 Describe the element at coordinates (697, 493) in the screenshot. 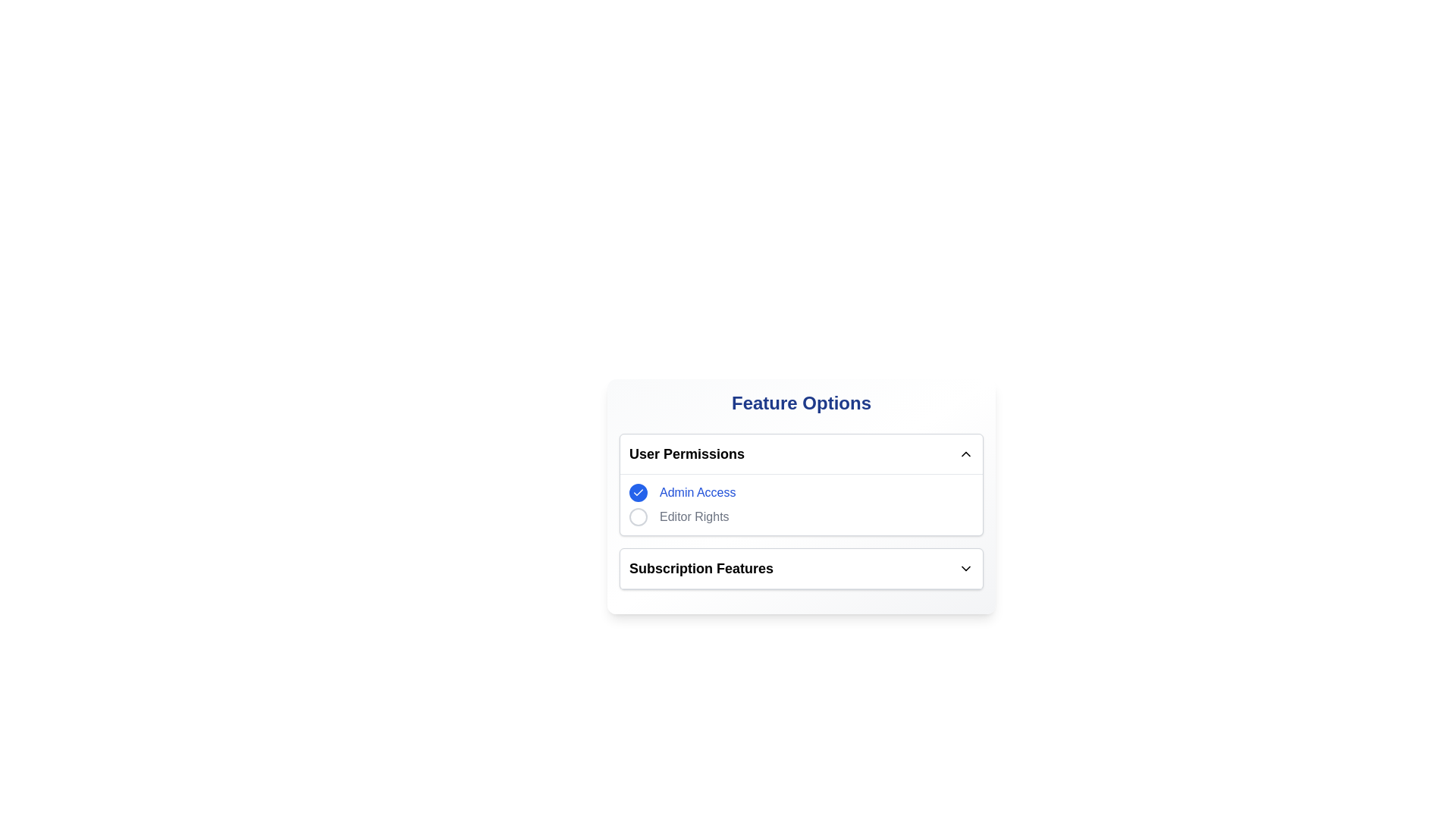

I see `text label indicating the type of access being granted within the 'User Permissions' feature, positioned next to the blue circular icon as the first option` at that location.